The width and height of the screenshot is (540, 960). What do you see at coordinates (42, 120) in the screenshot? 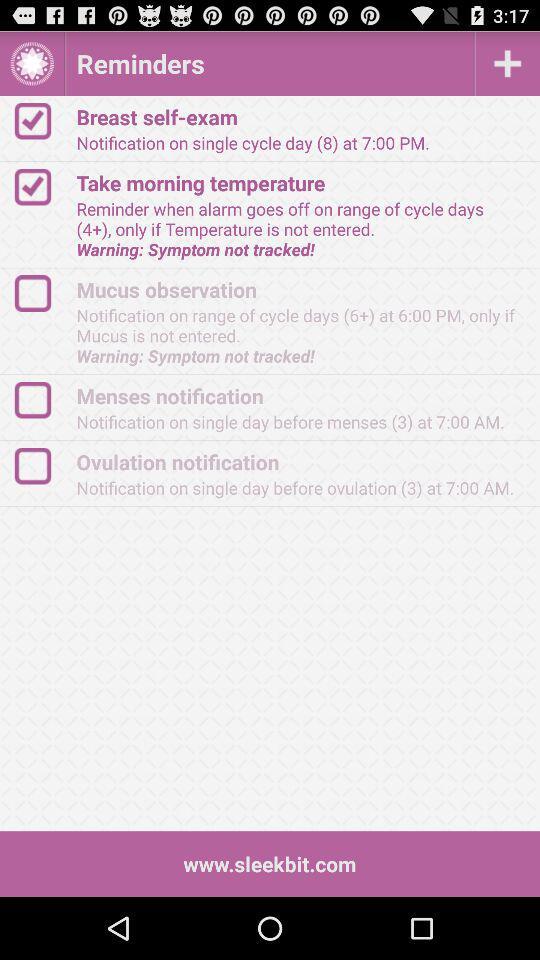
I see `tick` at bounding box center [42, 120].